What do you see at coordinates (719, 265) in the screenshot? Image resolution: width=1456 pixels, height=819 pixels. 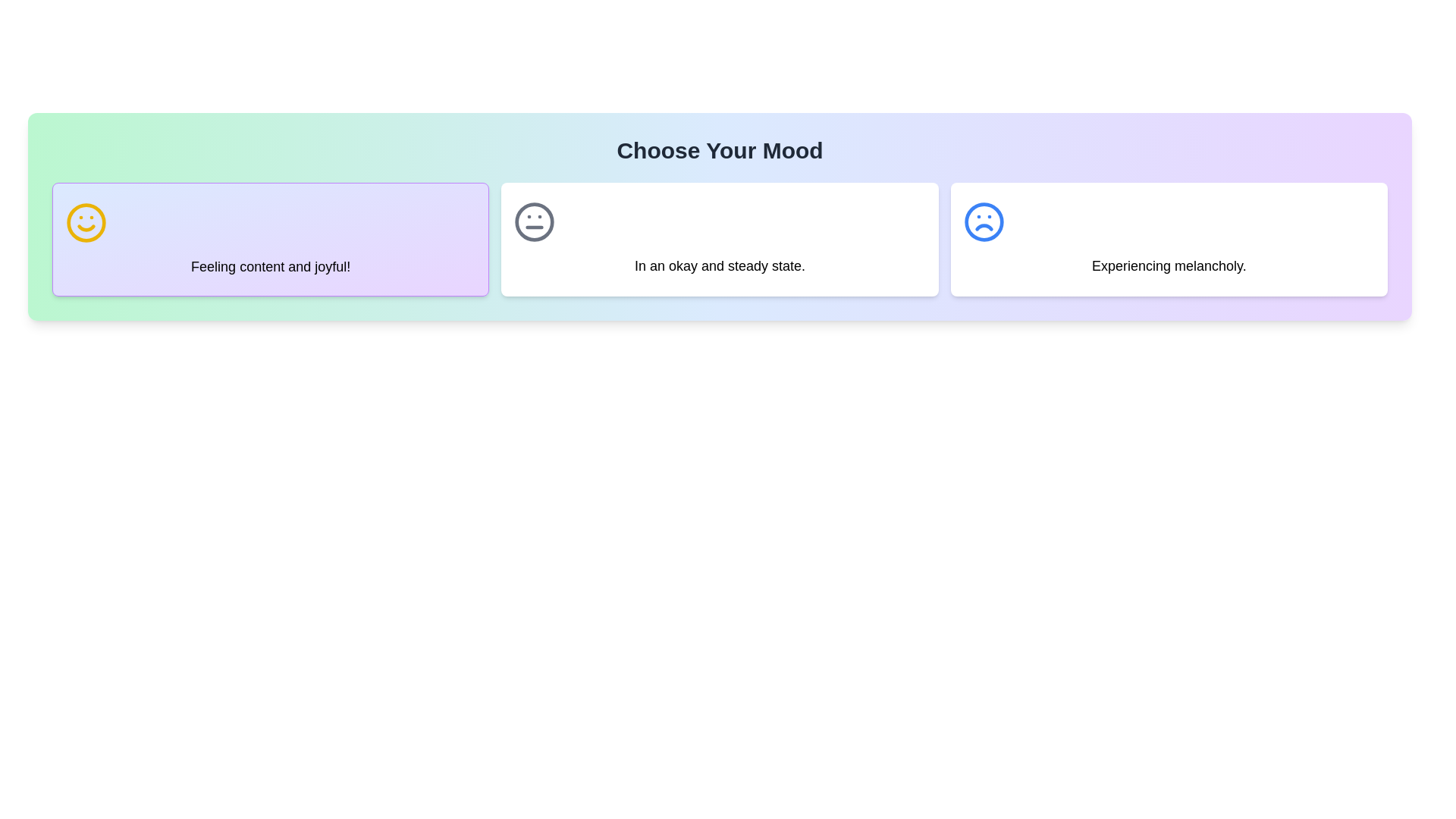 I see `the static text element providing information related to the neutral face icon, located centrally beneath it in the middle card of a horizontal triplet layout` at bounding box center [719, 265].